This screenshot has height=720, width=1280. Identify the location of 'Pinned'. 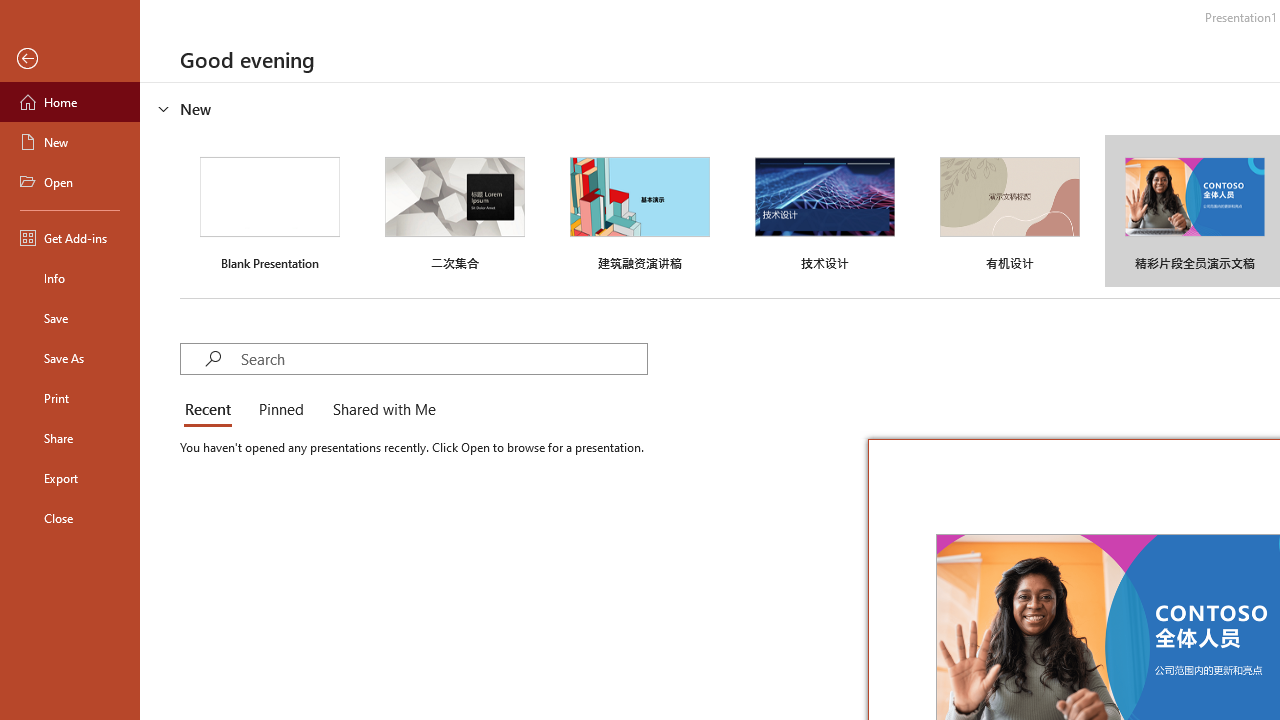
(279, 410).